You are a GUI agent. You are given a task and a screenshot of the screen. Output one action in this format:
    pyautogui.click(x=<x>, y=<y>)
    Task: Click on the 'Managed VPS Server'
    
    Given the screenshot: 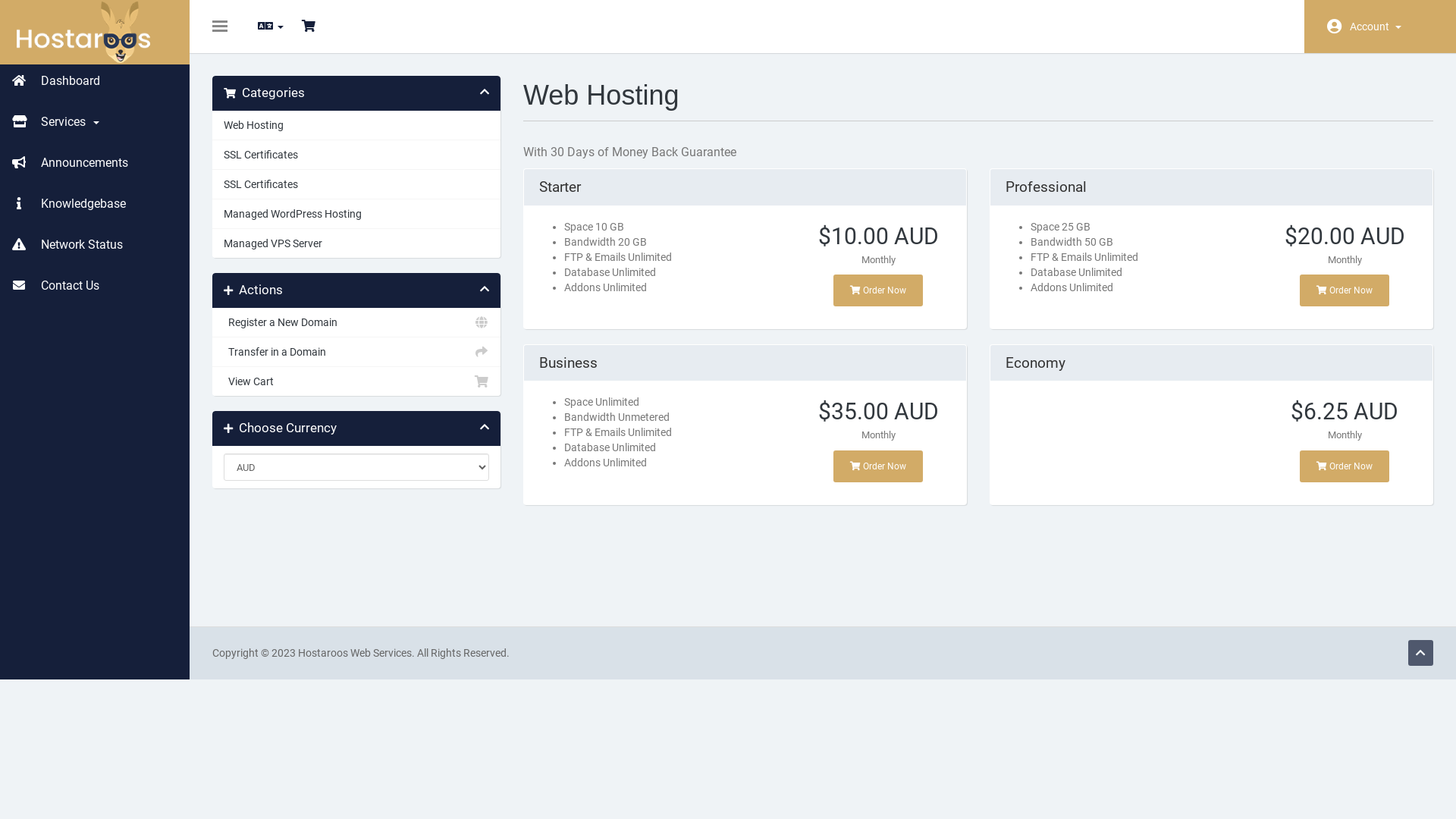 What is the action you would take?
    pyautogui.click(x=356, y=242)
    